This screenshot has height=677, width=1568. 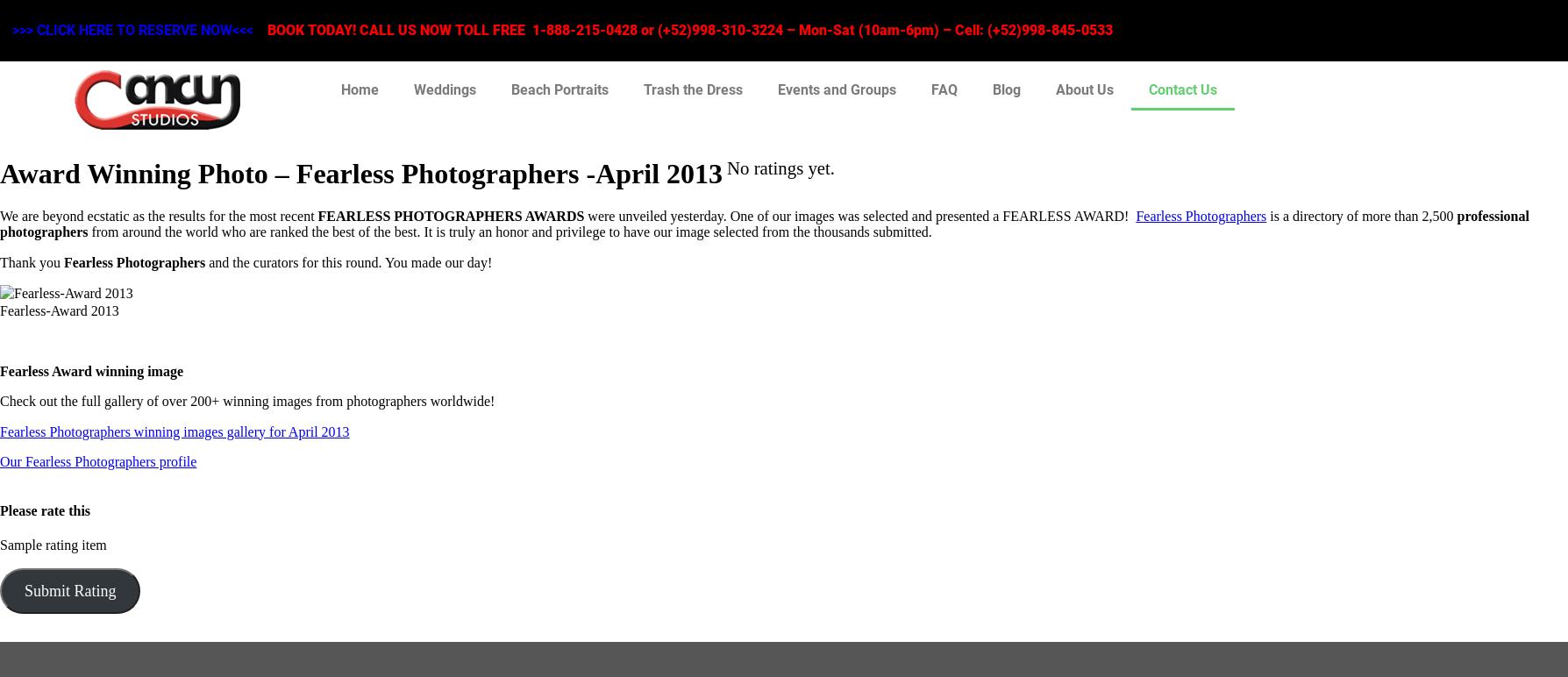 I want to click on 'Thank you', so click(x=31, y=260).